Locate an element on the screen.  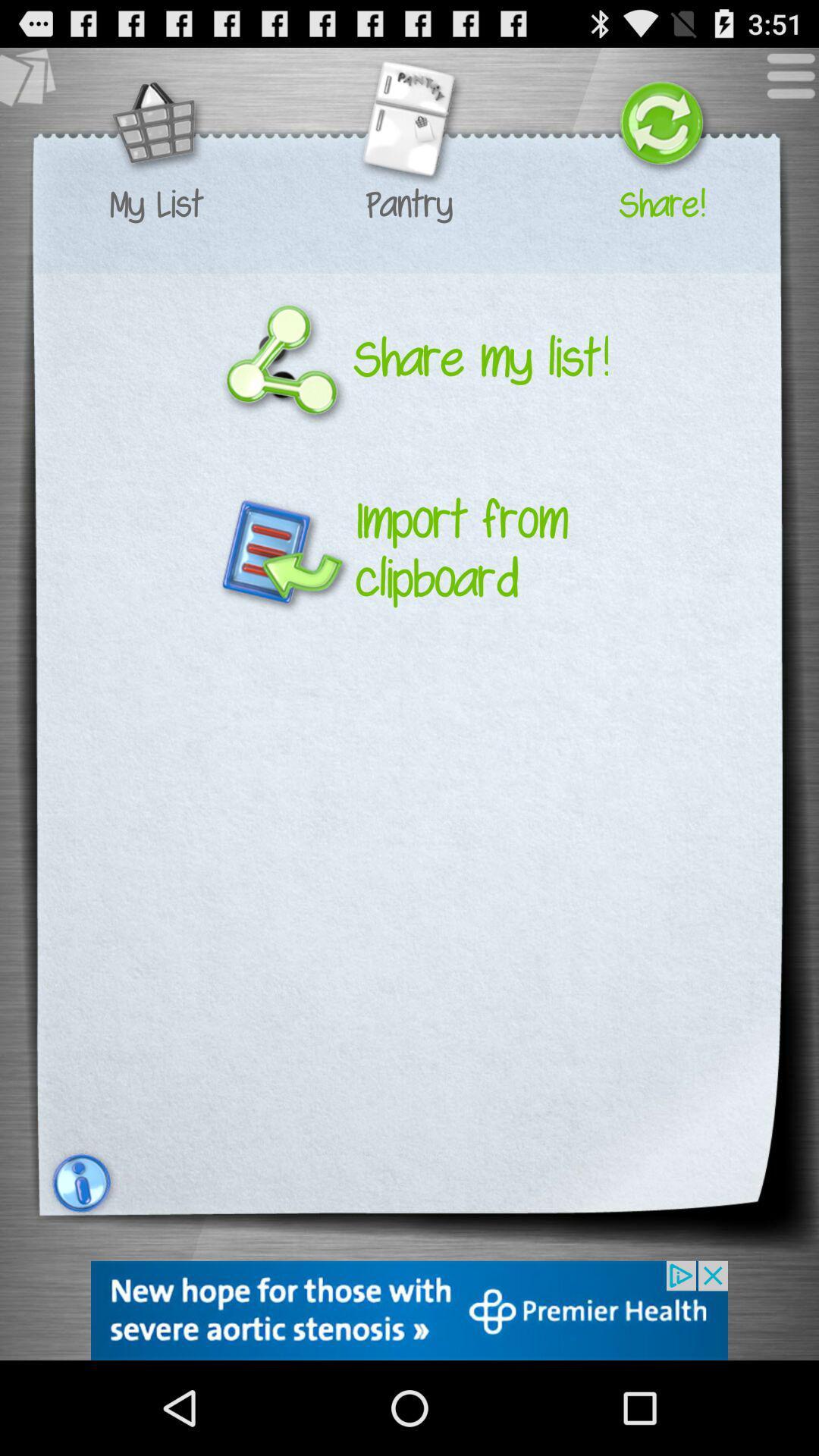
the menu icon is located at coordinates (783, 89).